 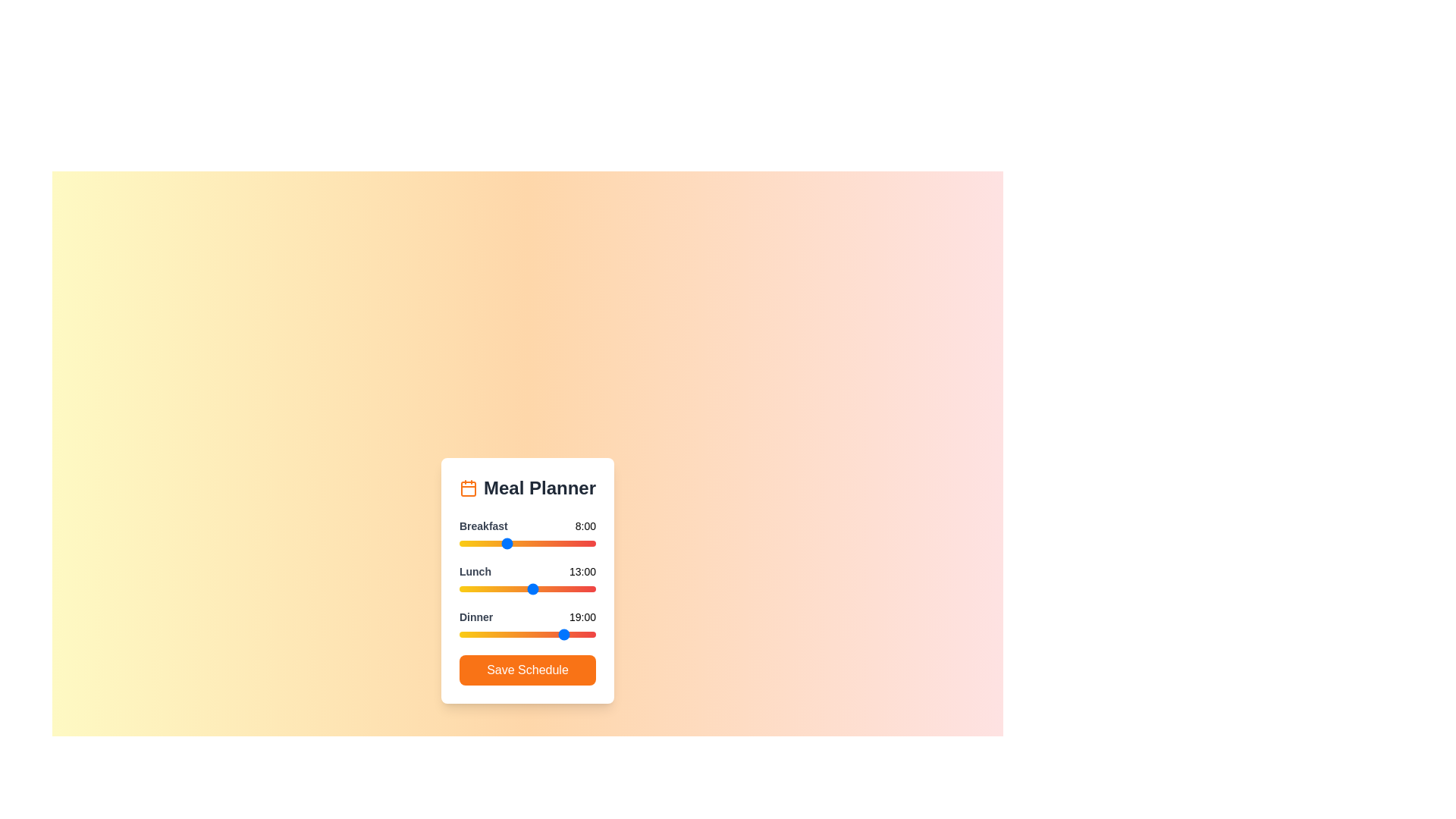 What do you see at coordinates (538, 588) in the screenshot?
I see `the 1 slider to 14` at bounding box center [538, 588].